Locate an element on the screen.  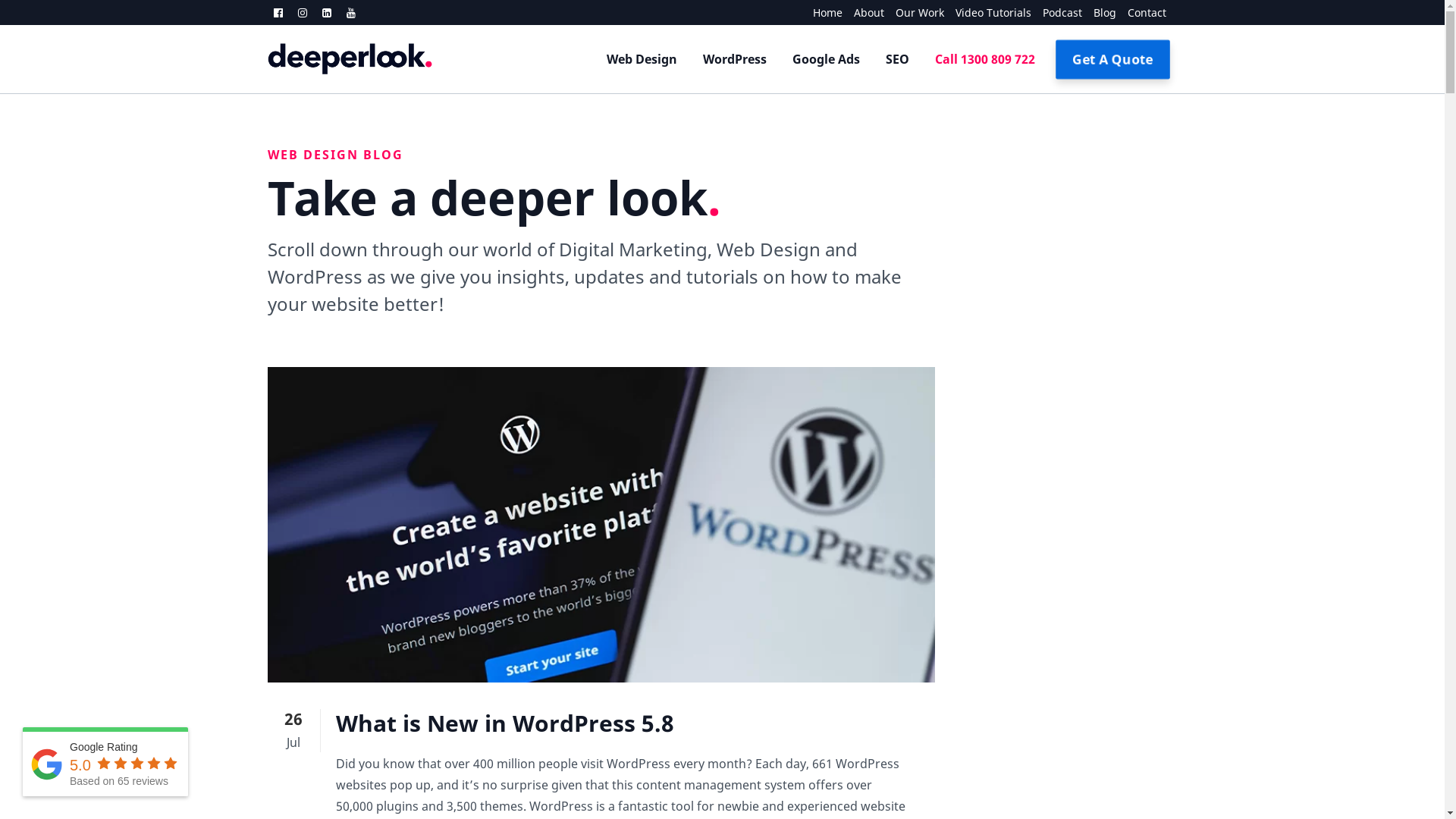
'What is New in WordPress 5.8' is located at coordinates (504, 722).